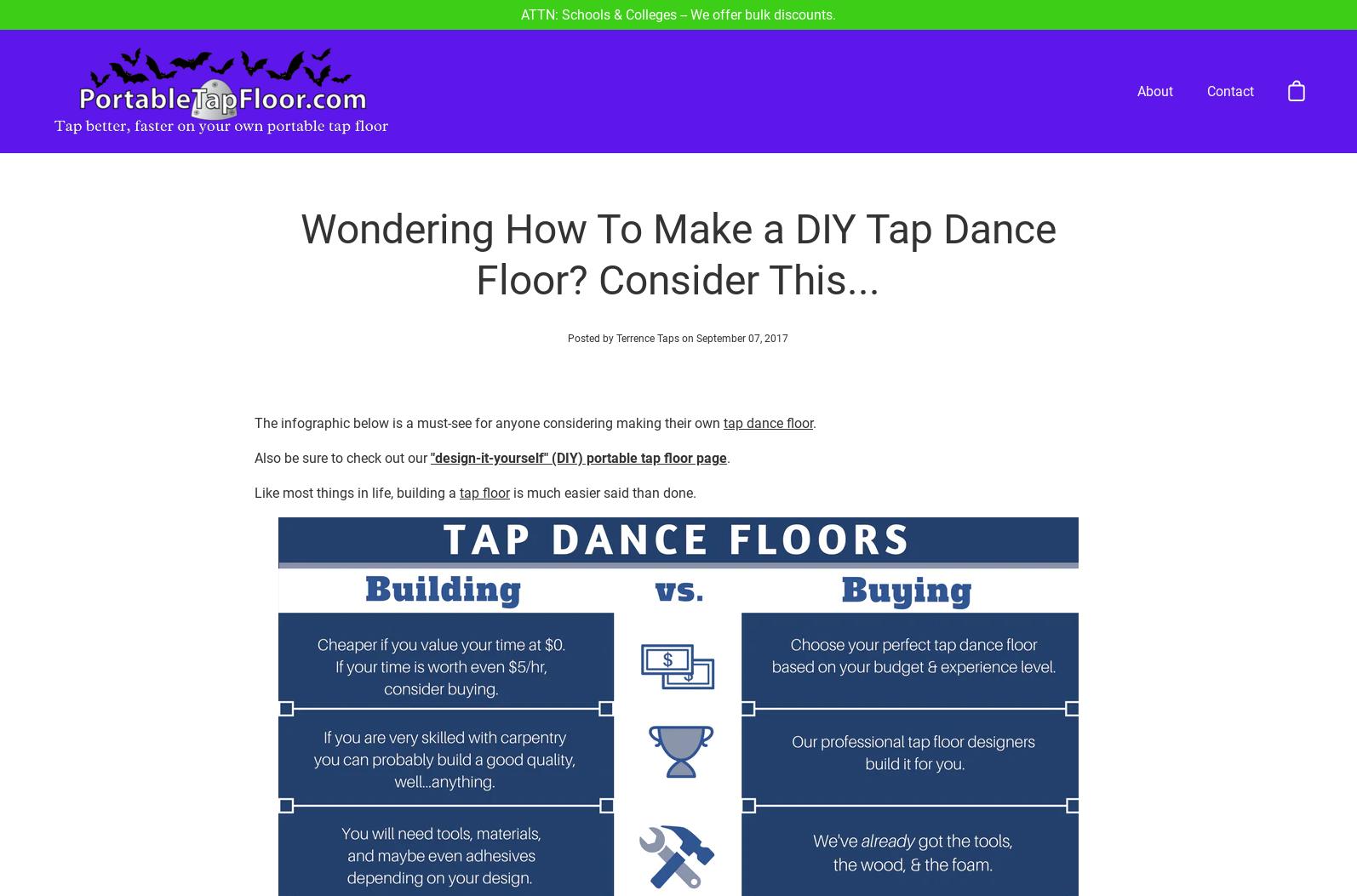 Image resolution: width=1357 pixels, height=896 pixels. I want to click on 'September 07, 2017', so click(742, 276).